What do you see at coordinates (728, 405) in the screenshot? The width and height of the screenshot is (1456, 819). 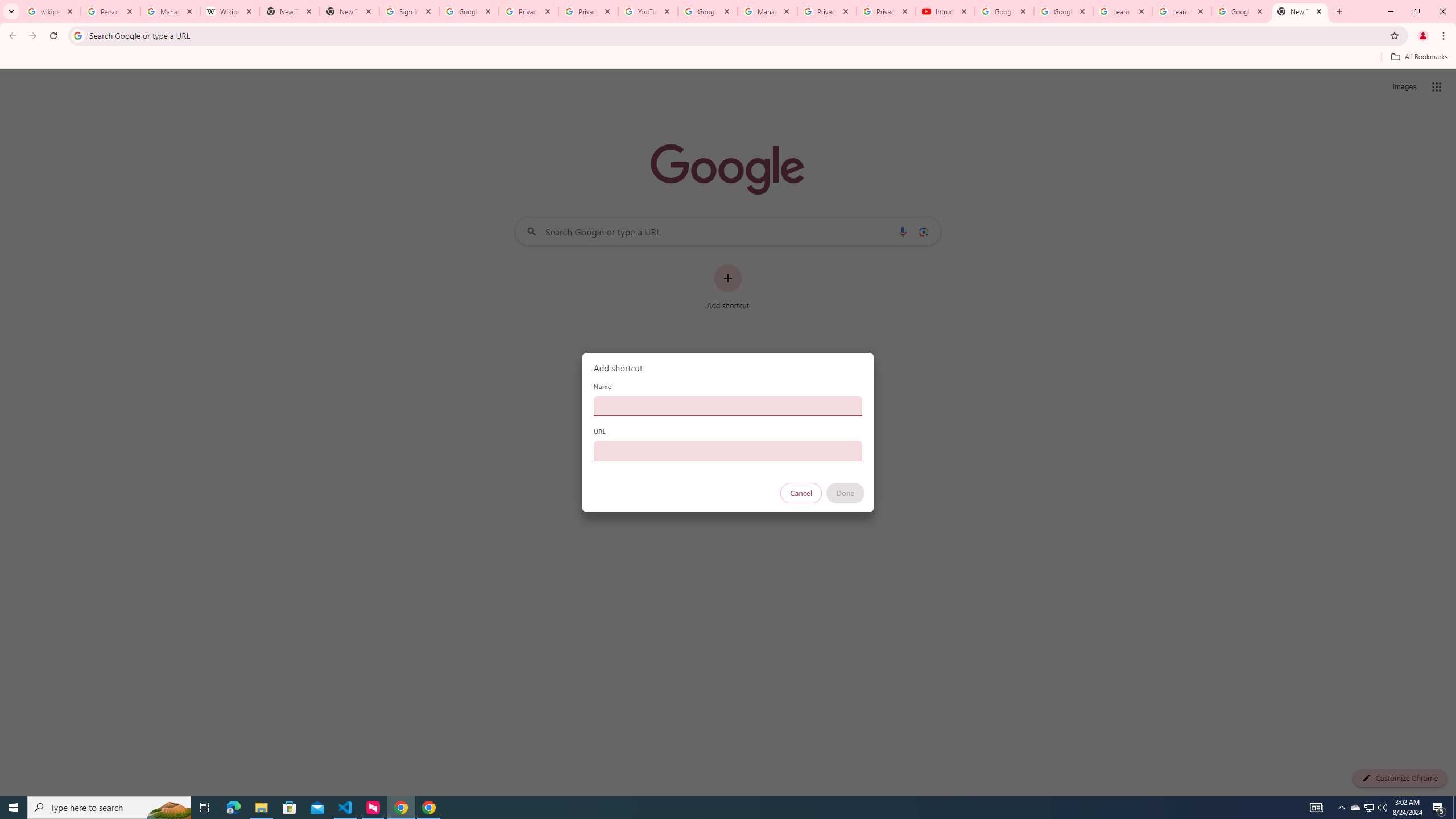 I see `'Name'` at bounding box center [728, 405].